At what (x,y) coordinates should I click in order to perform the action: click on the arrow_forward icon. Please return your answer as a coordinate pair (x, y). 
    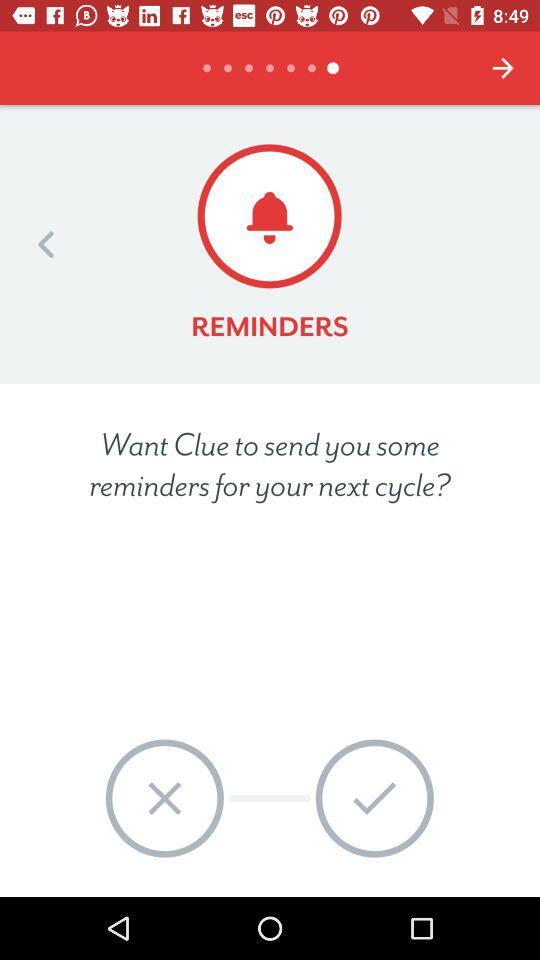
    Looking at the image, I should click on (502, 68).